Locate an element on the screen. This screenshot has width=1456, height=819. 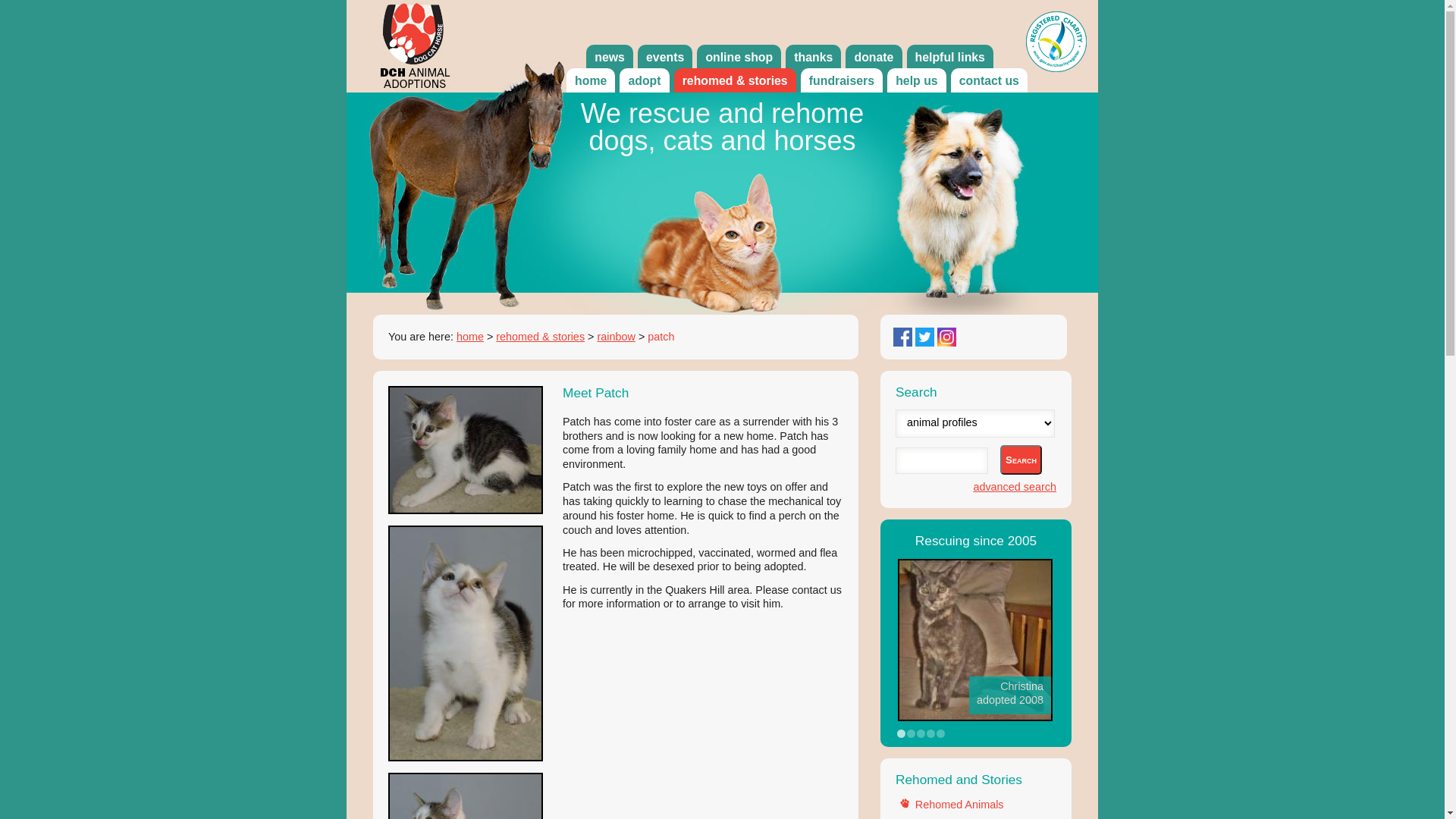
'news' is located at coordinates (609, 57).